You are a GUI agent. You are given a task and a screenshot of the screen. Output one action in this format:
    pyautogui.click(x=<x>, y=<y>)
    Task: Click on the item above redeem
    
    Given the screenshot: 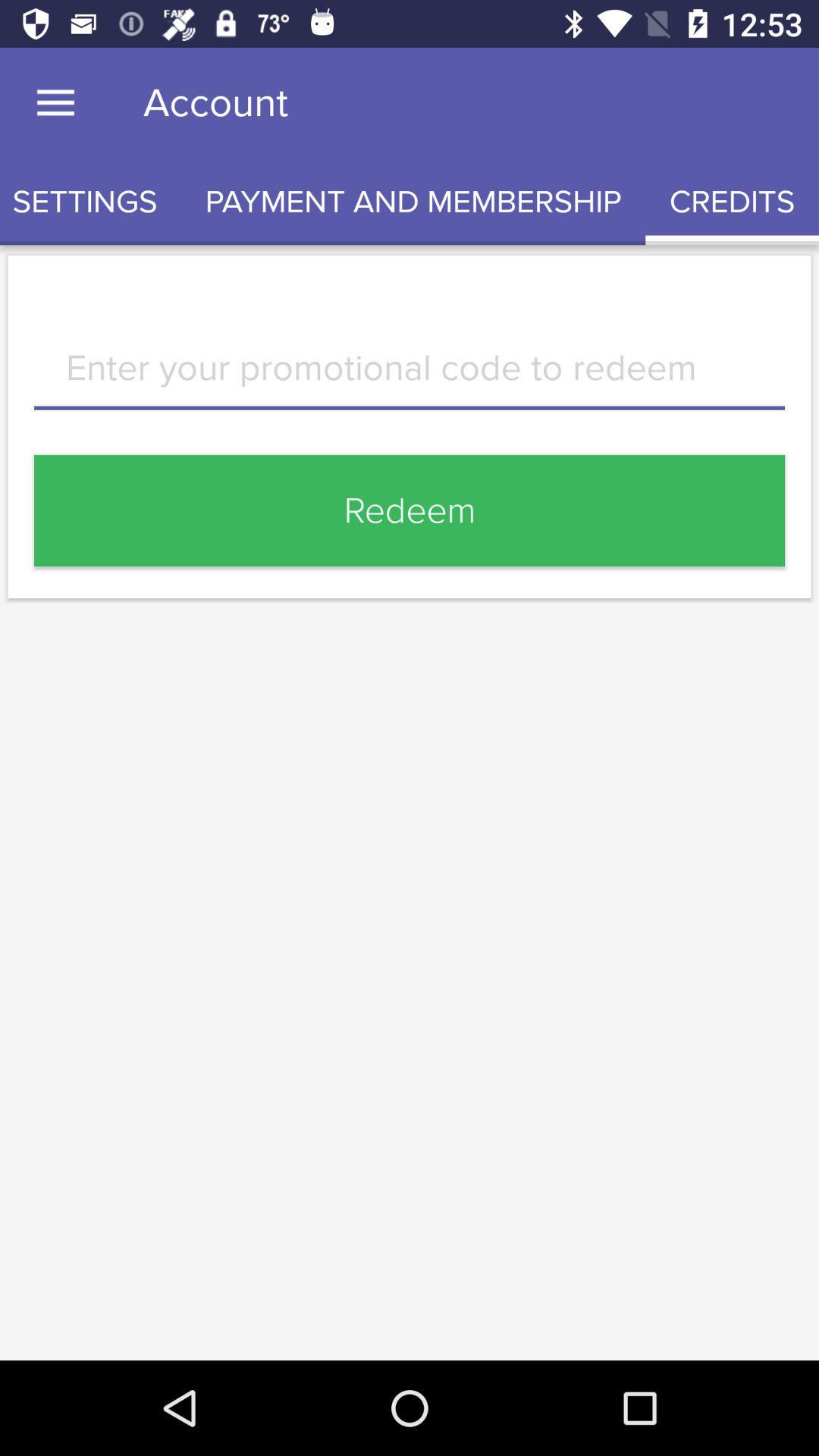 What is the action you would take?
    pyautogui.click(x=409, y=378)
    